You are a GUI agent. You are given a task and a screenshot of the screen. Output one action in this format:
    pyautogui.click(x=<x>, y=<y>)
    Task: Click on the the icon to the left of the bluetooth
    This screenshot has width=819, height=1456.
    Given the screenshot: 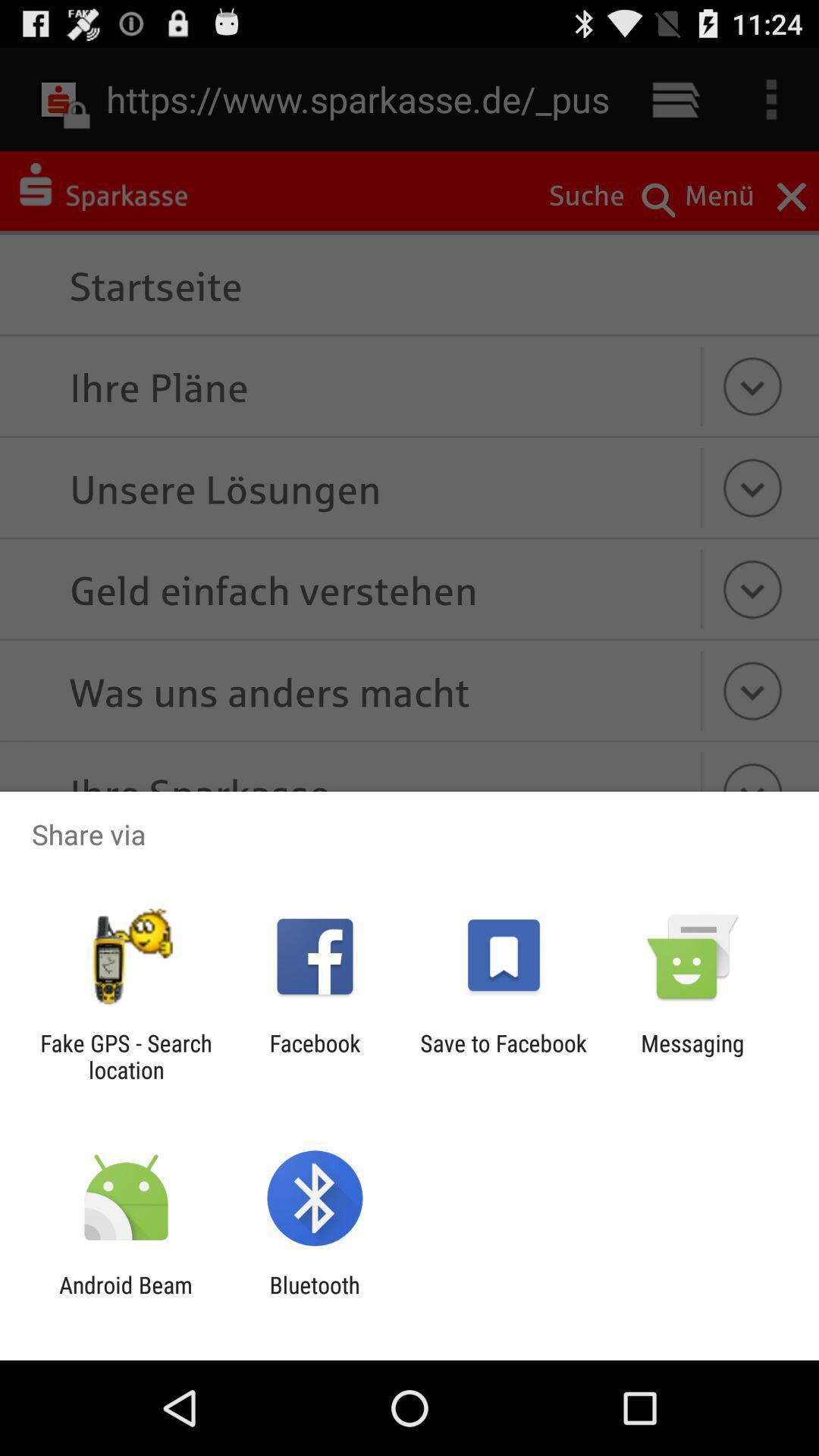 What is the action you would take?
    pyautogui.click(x=125, y=1298)
    